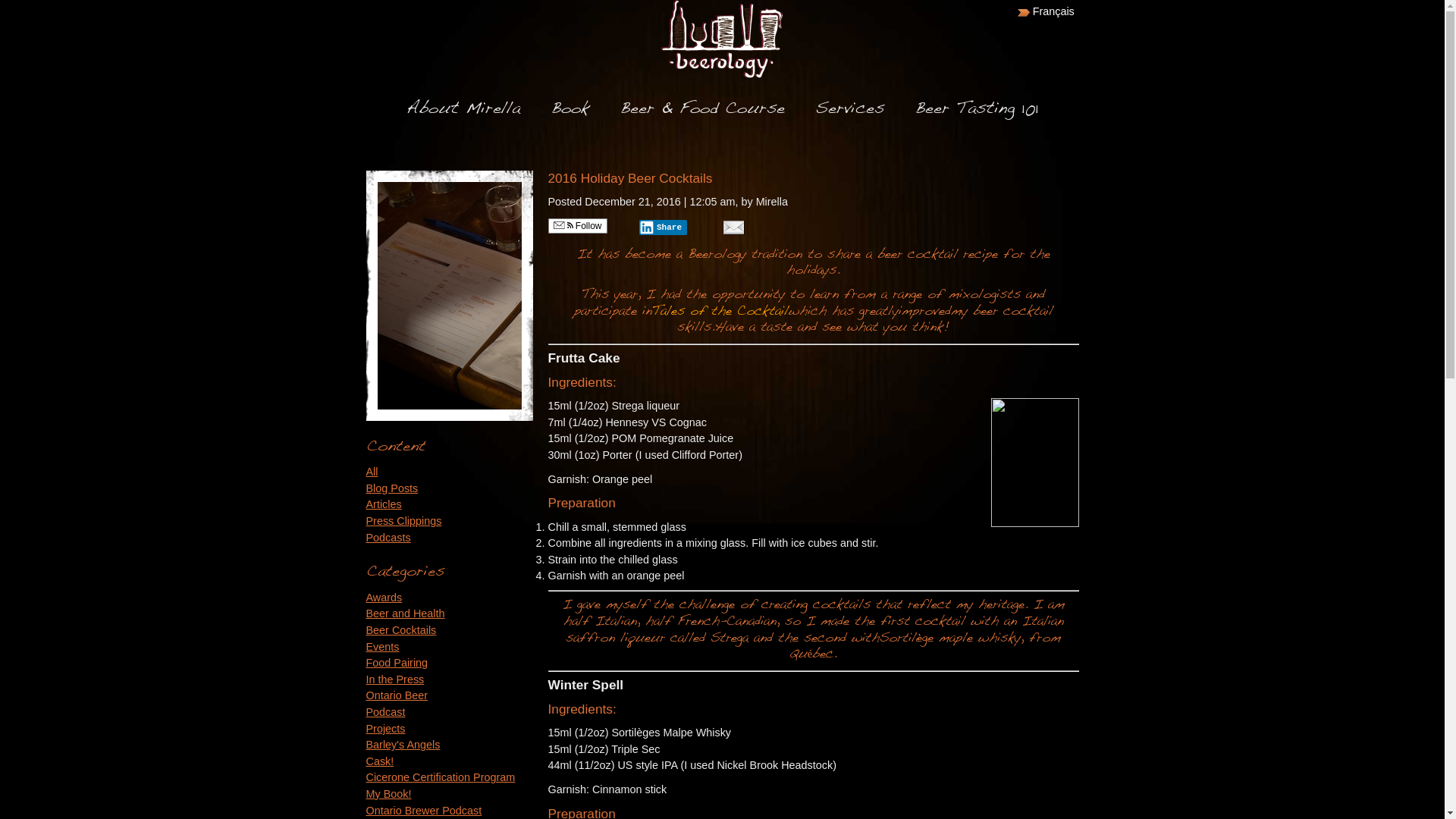 The image size is (1456, 819). What do you see at coordinates (439, 777) in the screenshot?
I see `'Cicerone Certification Program'` at bounding box center [439, 777].